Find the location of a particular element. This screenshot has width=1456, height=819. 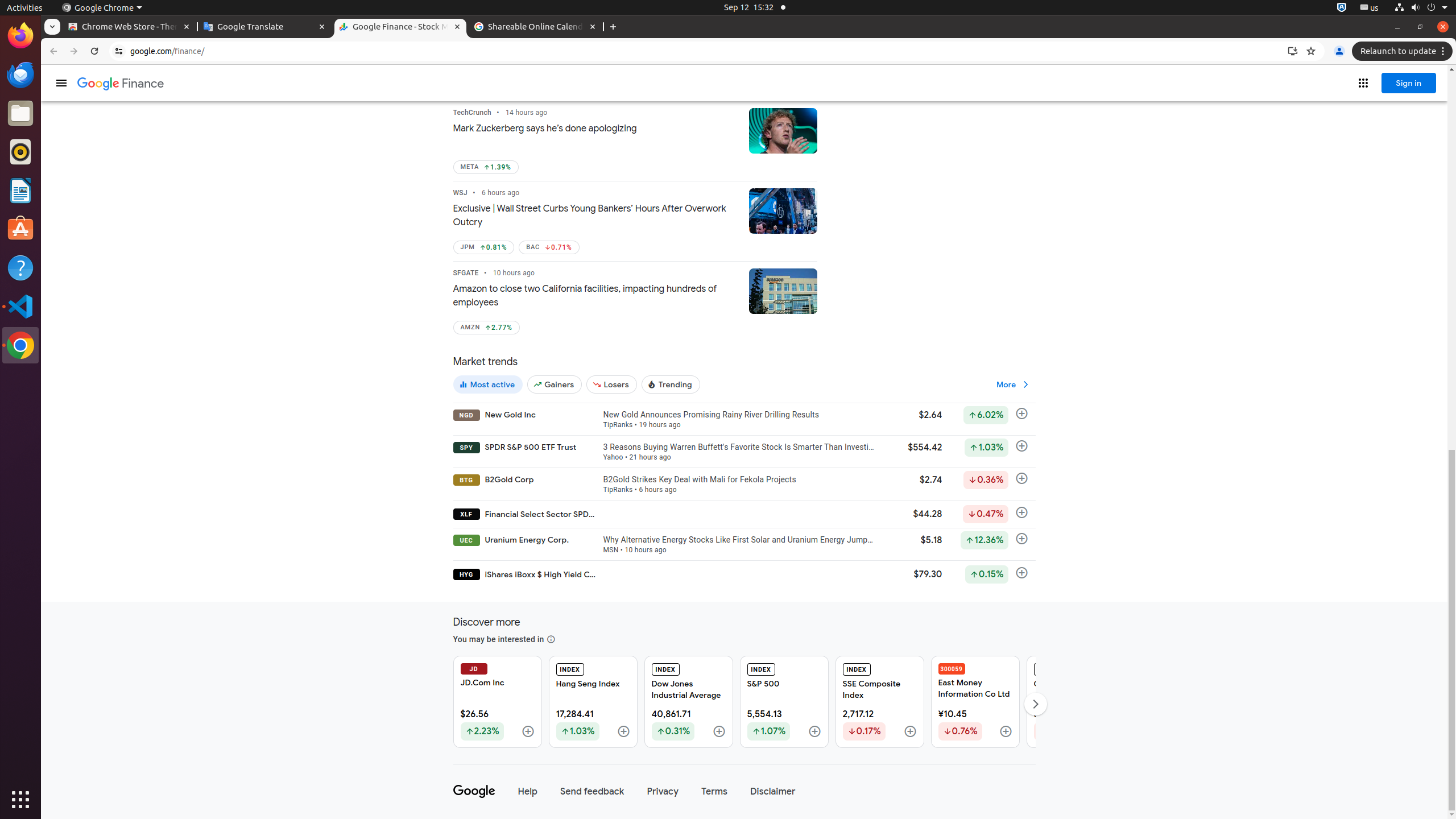

'Sign in' is located at coordinates (1409, 82).